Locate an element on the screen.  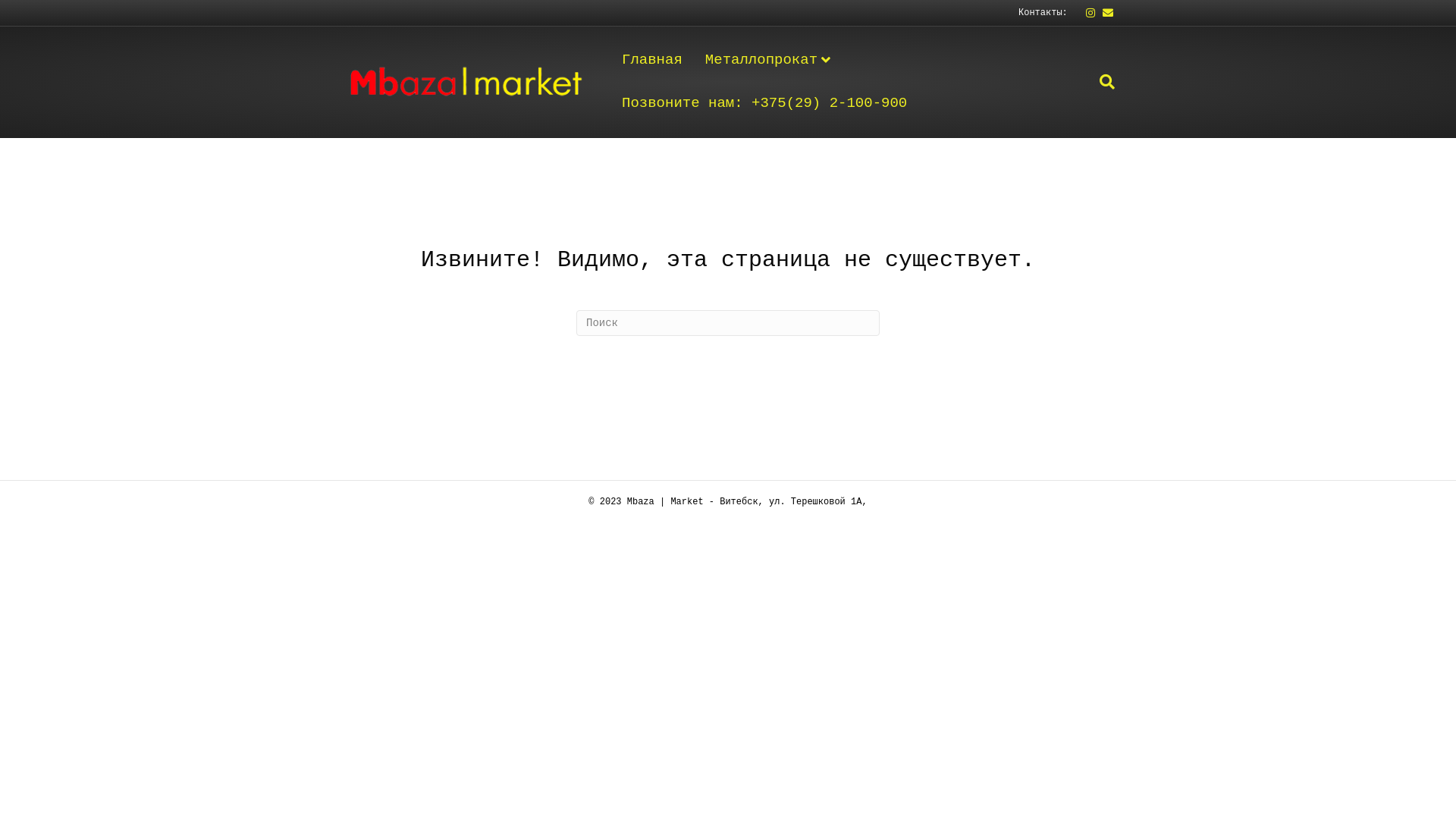
'Instagram' is located at coordinates (1084, 12).